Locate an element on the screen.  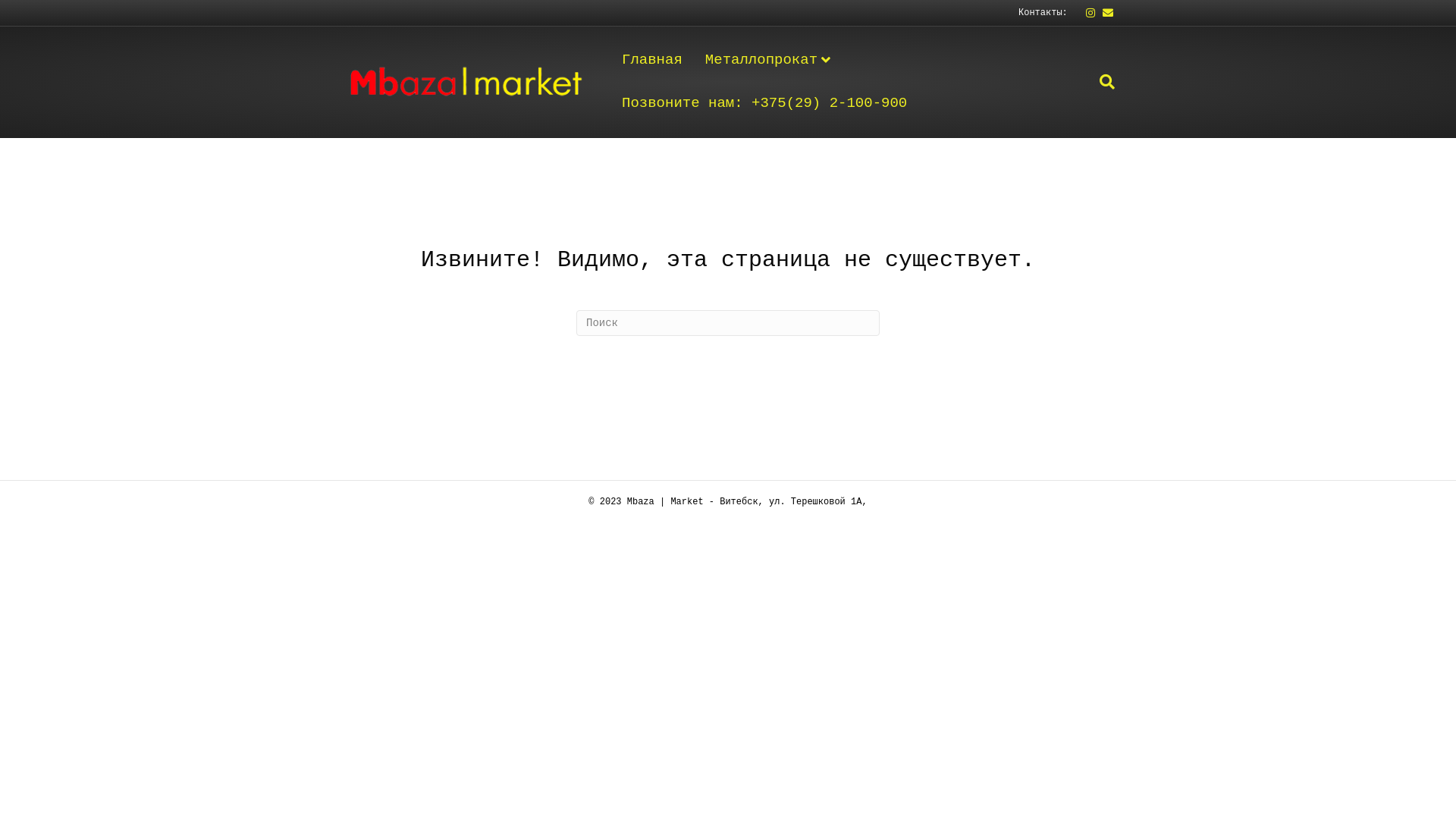
'Instagram' is located at coordinates (1084, 12).